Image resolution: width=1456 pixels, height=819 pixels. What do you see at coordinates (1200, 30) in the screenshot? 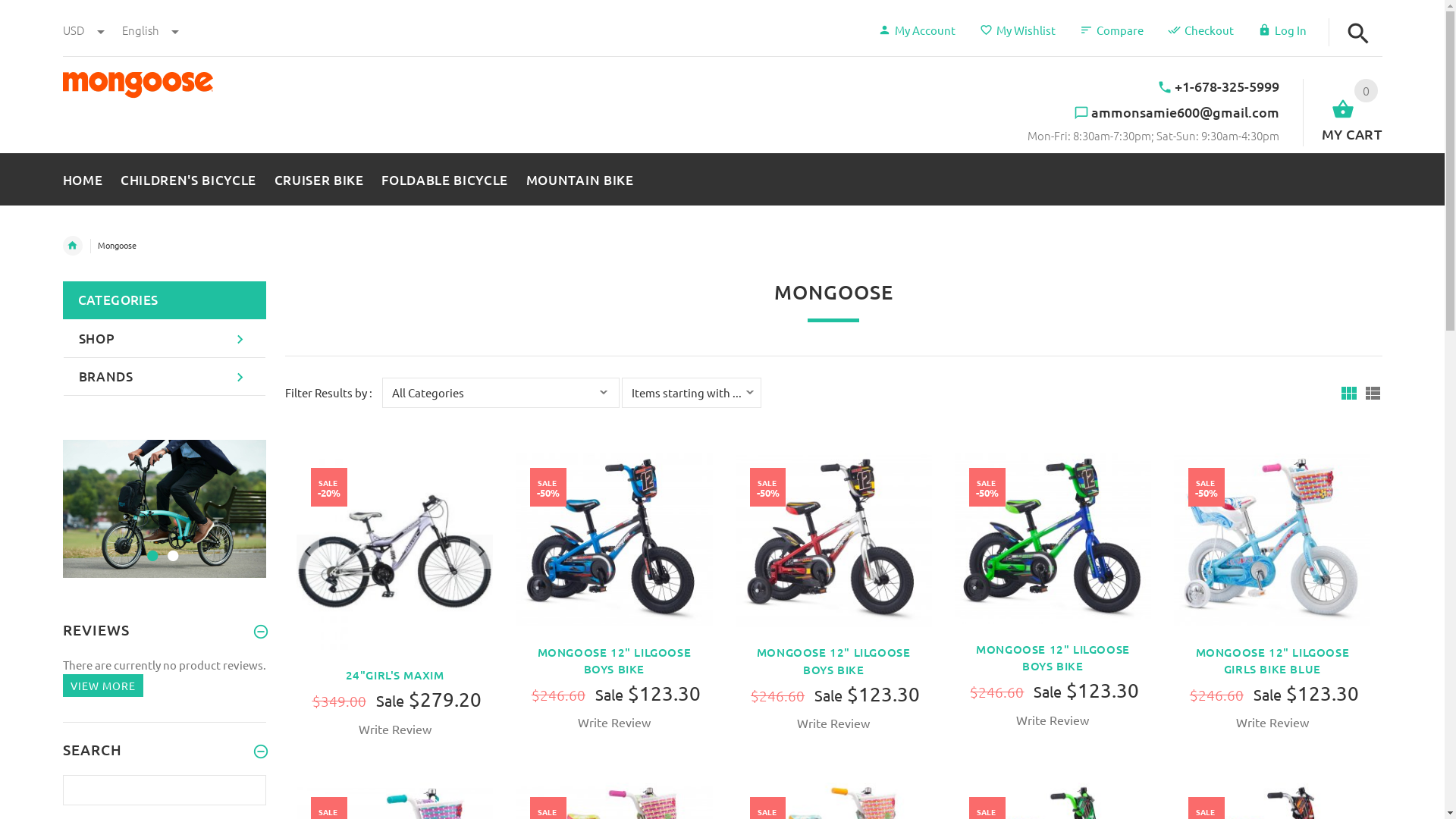
I see `'Checkout'` at bounding box center [1200, 30].